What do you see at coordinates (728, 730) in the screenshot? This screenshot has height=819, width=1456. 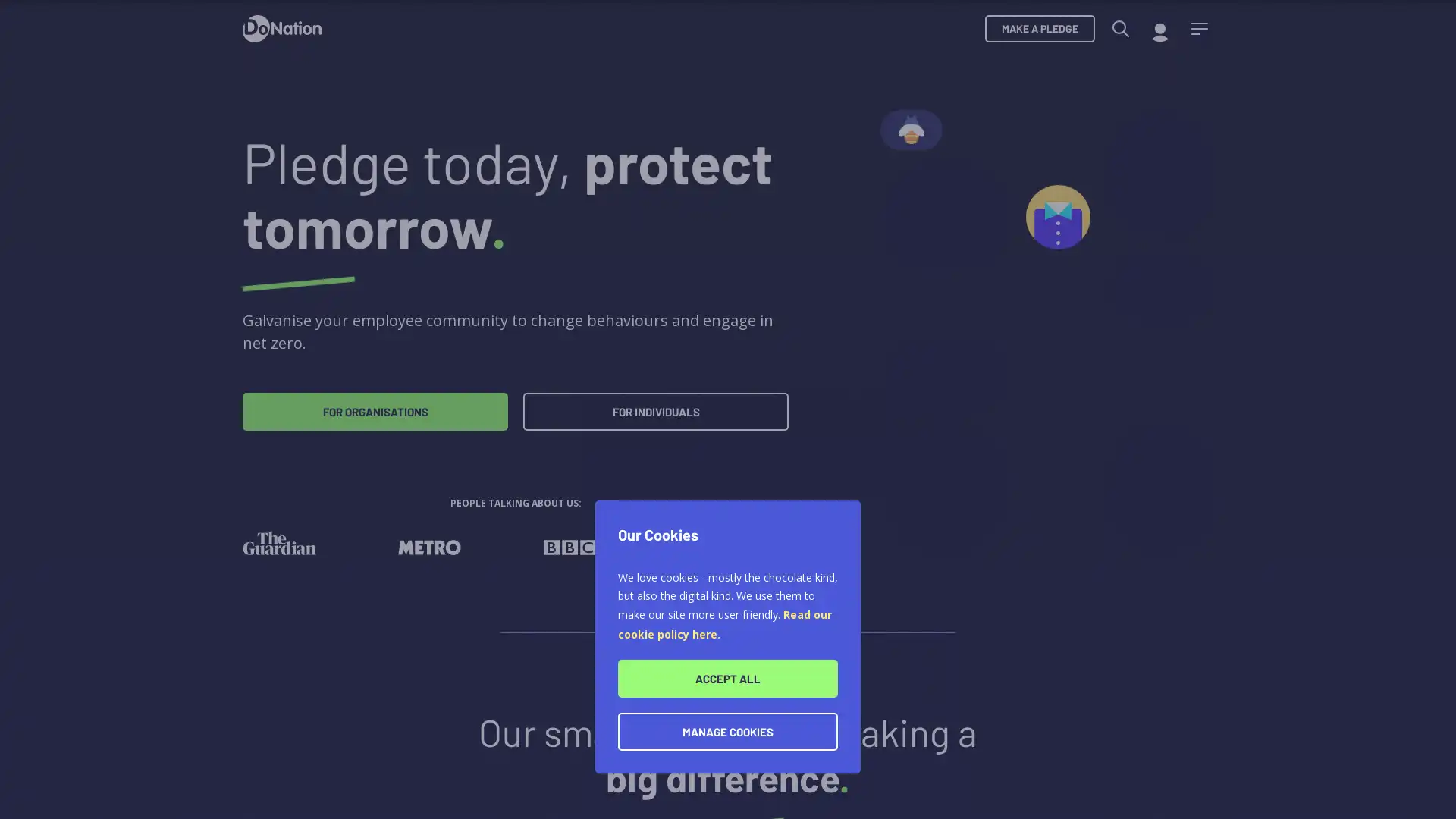 I see `MANAGE COOKIES` at bounding box center [728, 730].